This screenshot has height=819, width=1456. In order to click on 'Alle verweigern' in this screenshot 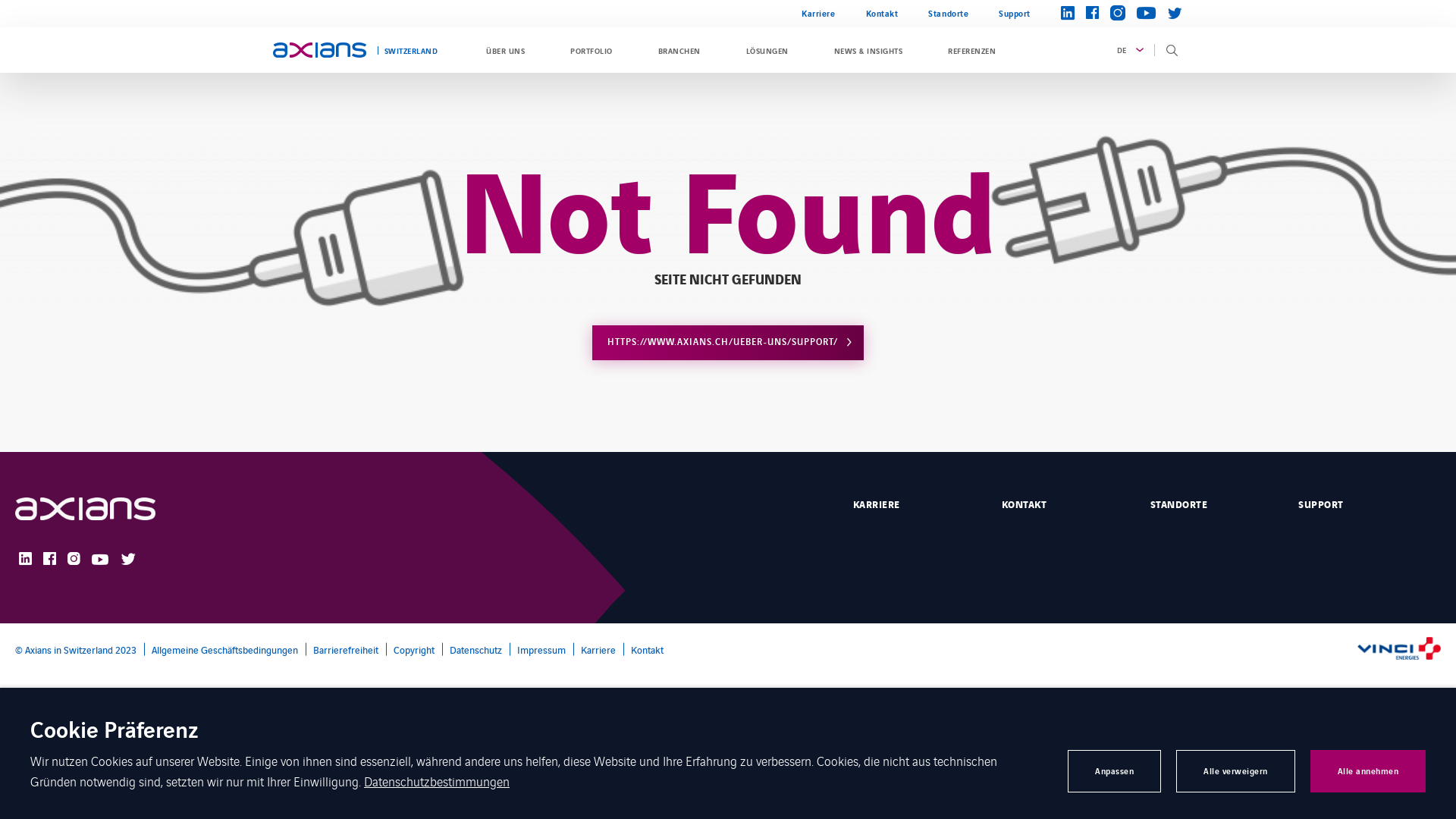, I will do `click(1175, 771)`.